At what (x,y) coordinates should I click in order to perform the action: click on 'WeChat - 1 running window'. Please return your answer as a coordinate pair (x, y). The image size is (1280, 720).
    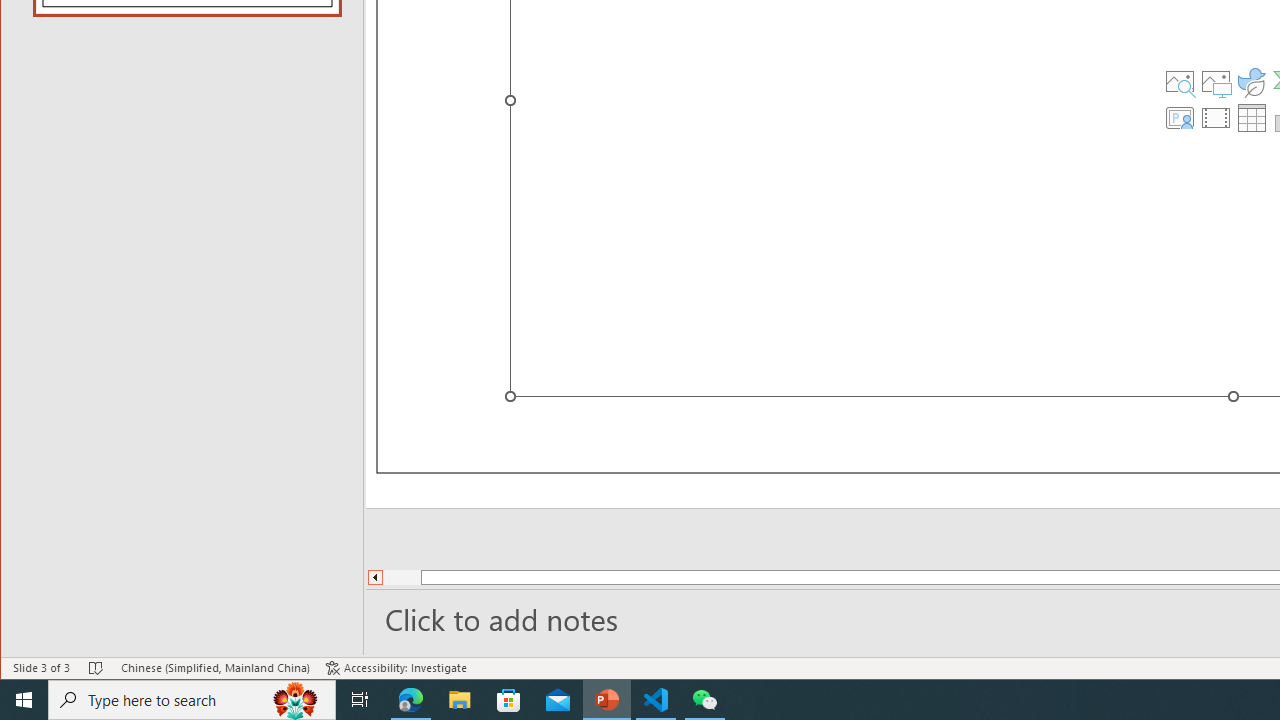
    Looking at the image, I should click on (705, 698).